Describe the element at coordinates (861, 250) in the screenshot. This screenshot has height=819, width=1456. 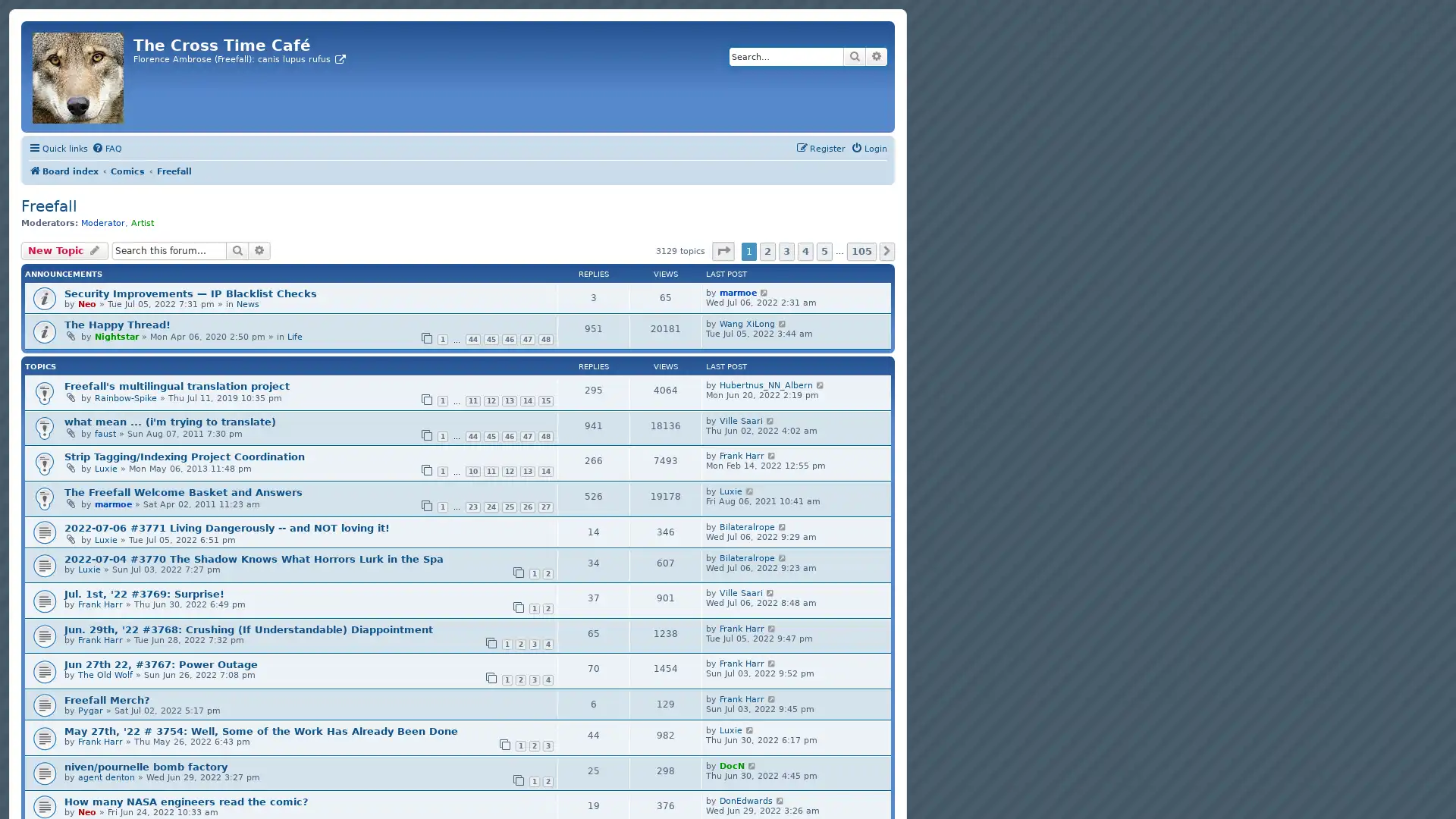
I see `105` at that location.